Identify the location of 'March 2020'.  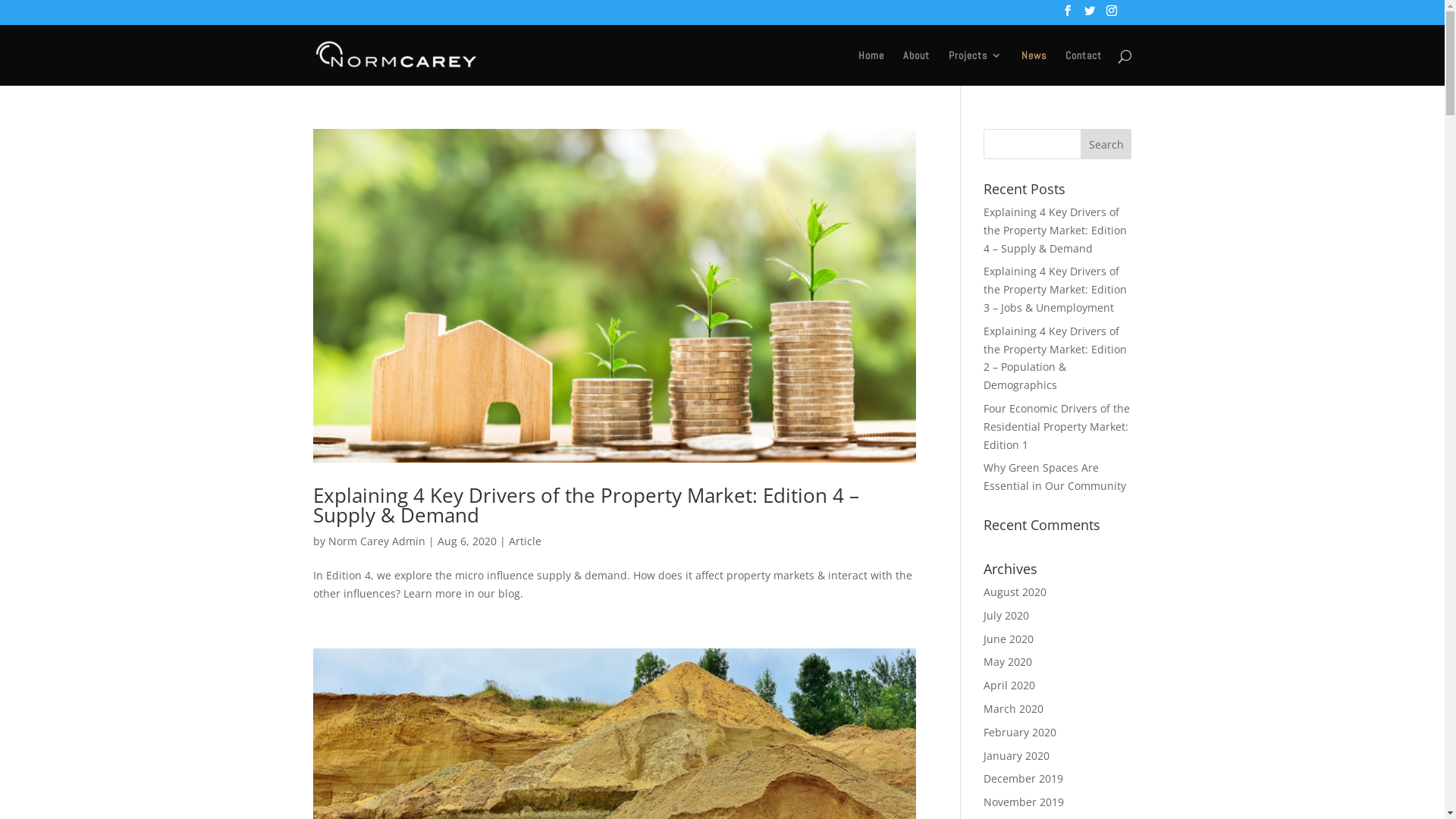
(1013, 708).